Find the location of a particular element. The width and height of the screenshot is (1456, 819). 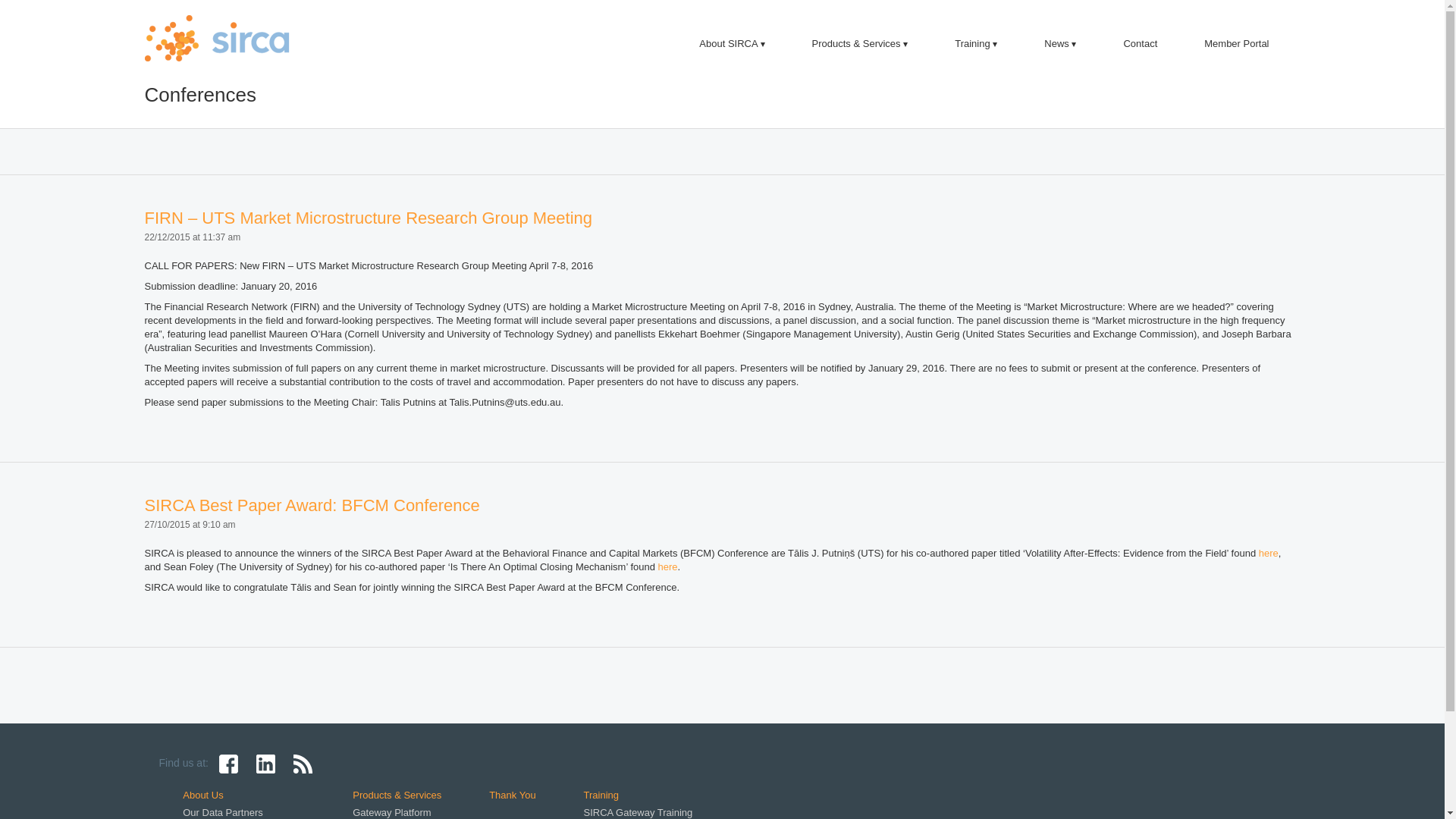

'SIRCA Best Paper Award: BFCM Conference' is located at coordinates (311, 505).